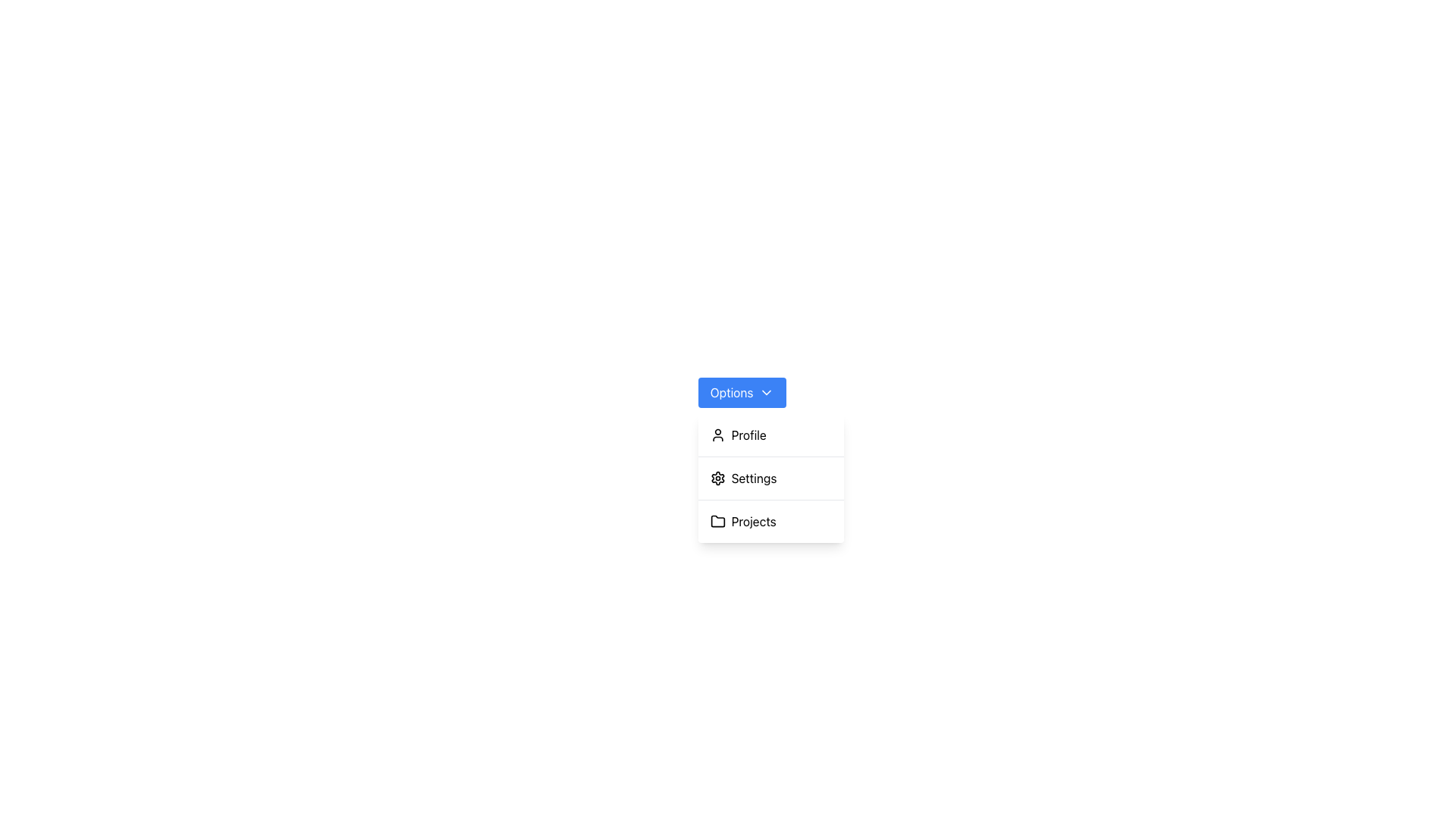 Image resolution: width=1456 pixels, height=819 pixels. Describe the element at coordinates (717, 479) in the screenshot. I see `the cogwheel icon representing the 'Settings' menu item in the dropdown menu under the 'Options' button` at that location.